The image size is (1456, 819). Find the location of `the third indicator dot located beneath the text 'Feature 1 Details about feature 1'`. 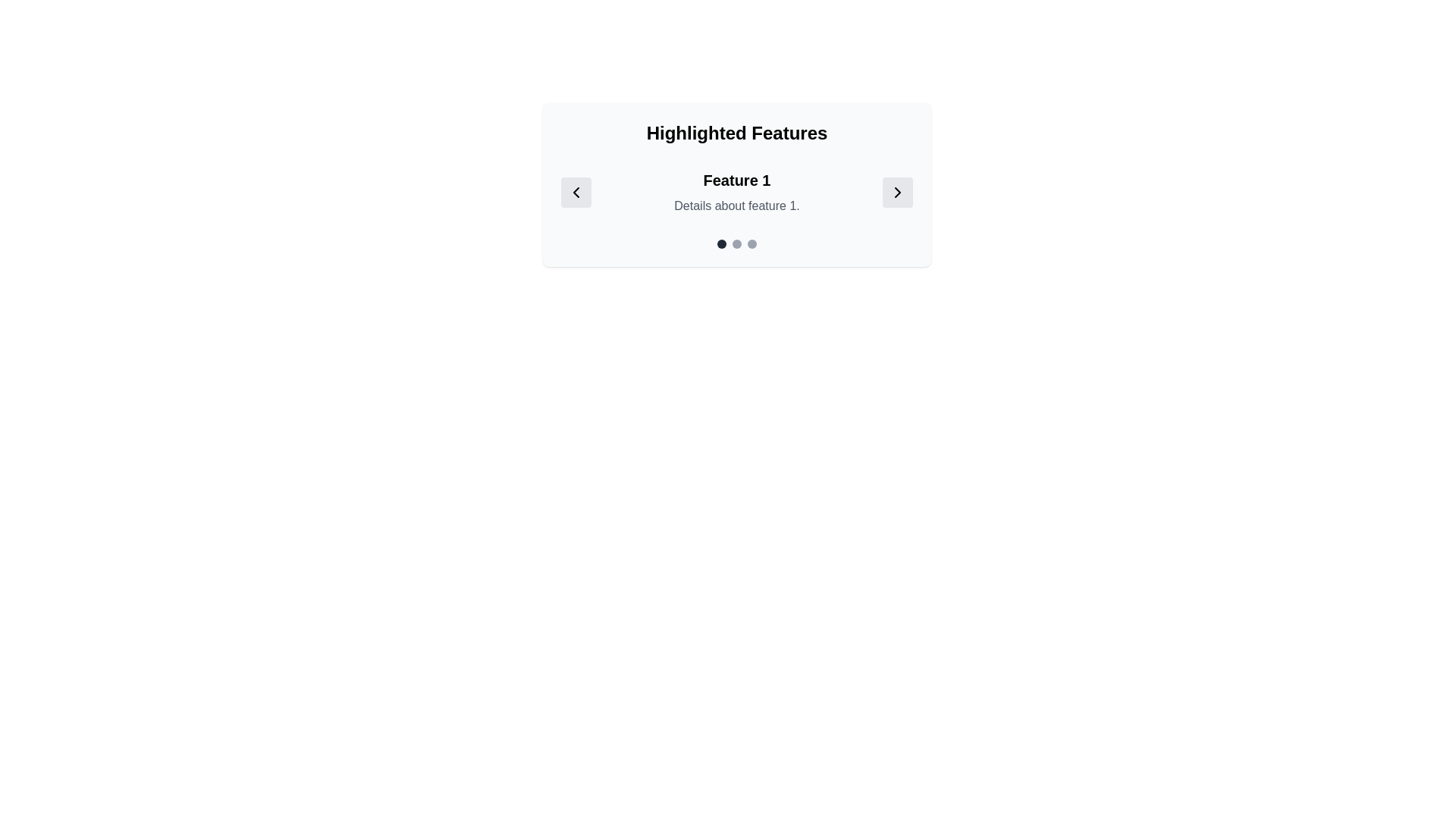

the third indicator dot located beneath the text 'Feature 1 Details about feature 1' is located at coordinates (752, 243).